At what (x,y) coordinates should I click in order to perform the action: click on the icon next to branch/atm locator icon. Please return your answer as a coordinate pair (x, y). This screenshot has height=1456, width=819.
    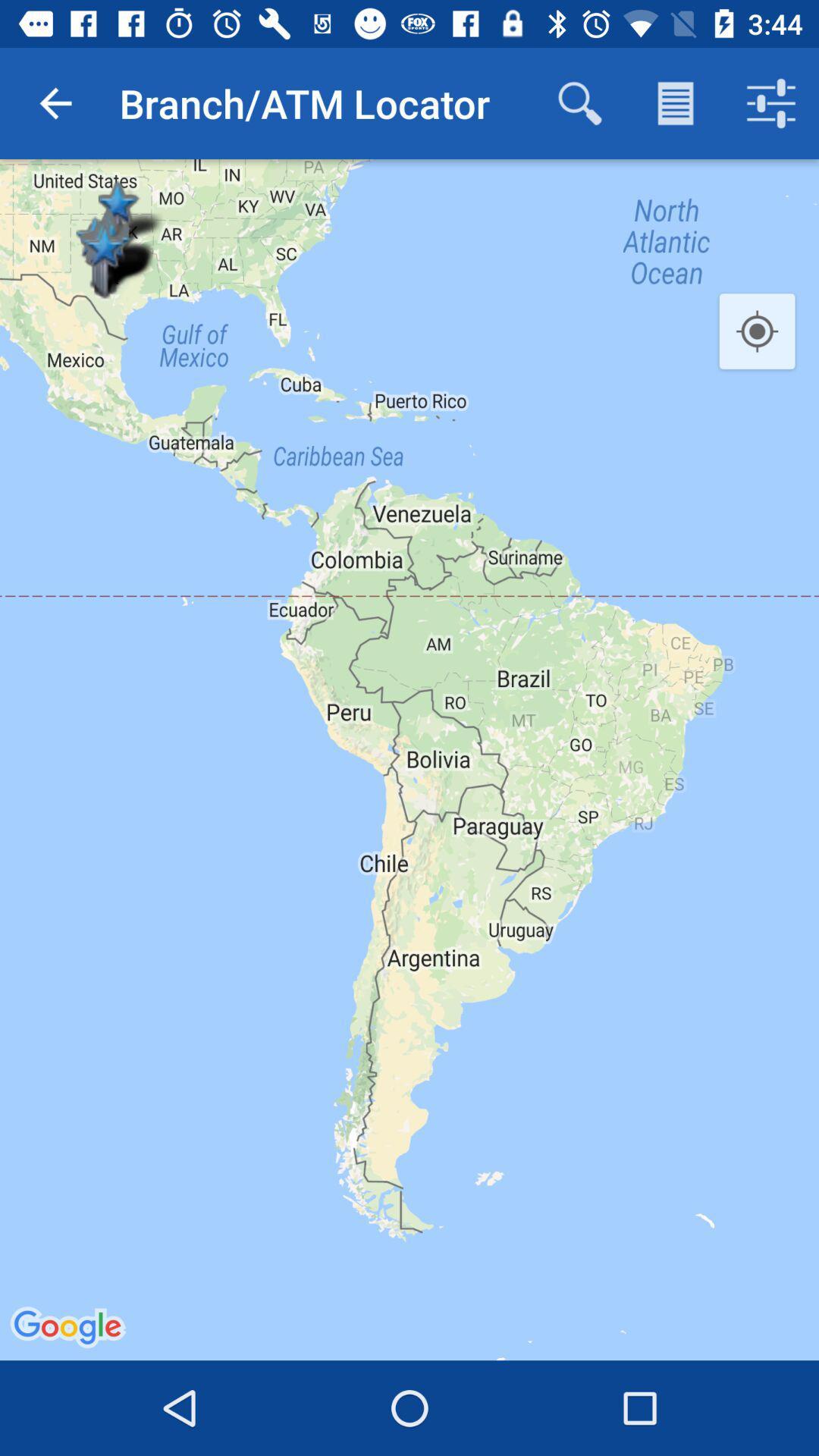
    Looking at the image, I should click on (55, 102).